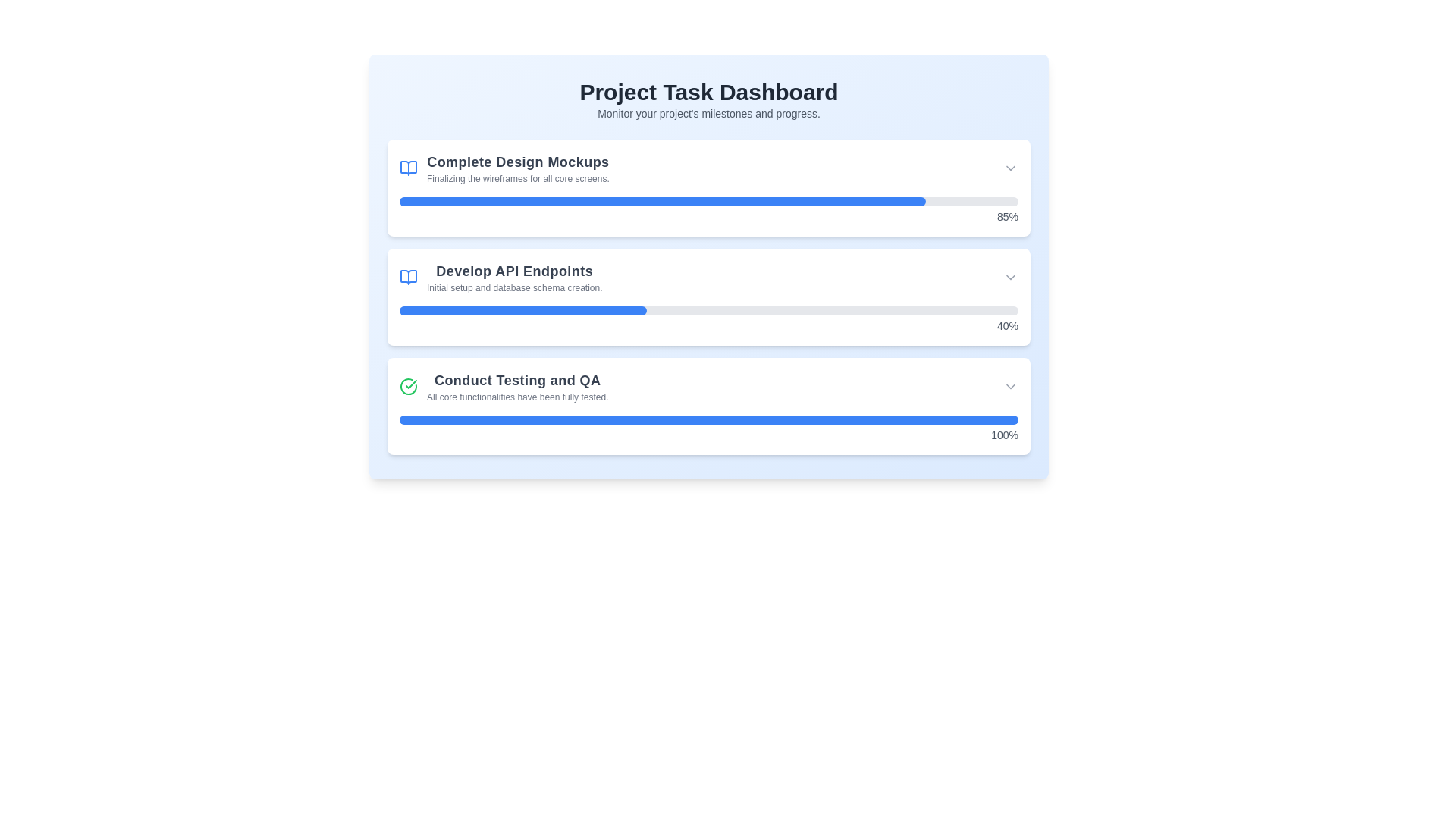 Image resolution: width=1456 pixels, height=819 pixels. I want to click on the text label displaying 'Monitor your project's milestones and progress.', which is centered below the title 'Project Task Dashboard', so click(708, 113).